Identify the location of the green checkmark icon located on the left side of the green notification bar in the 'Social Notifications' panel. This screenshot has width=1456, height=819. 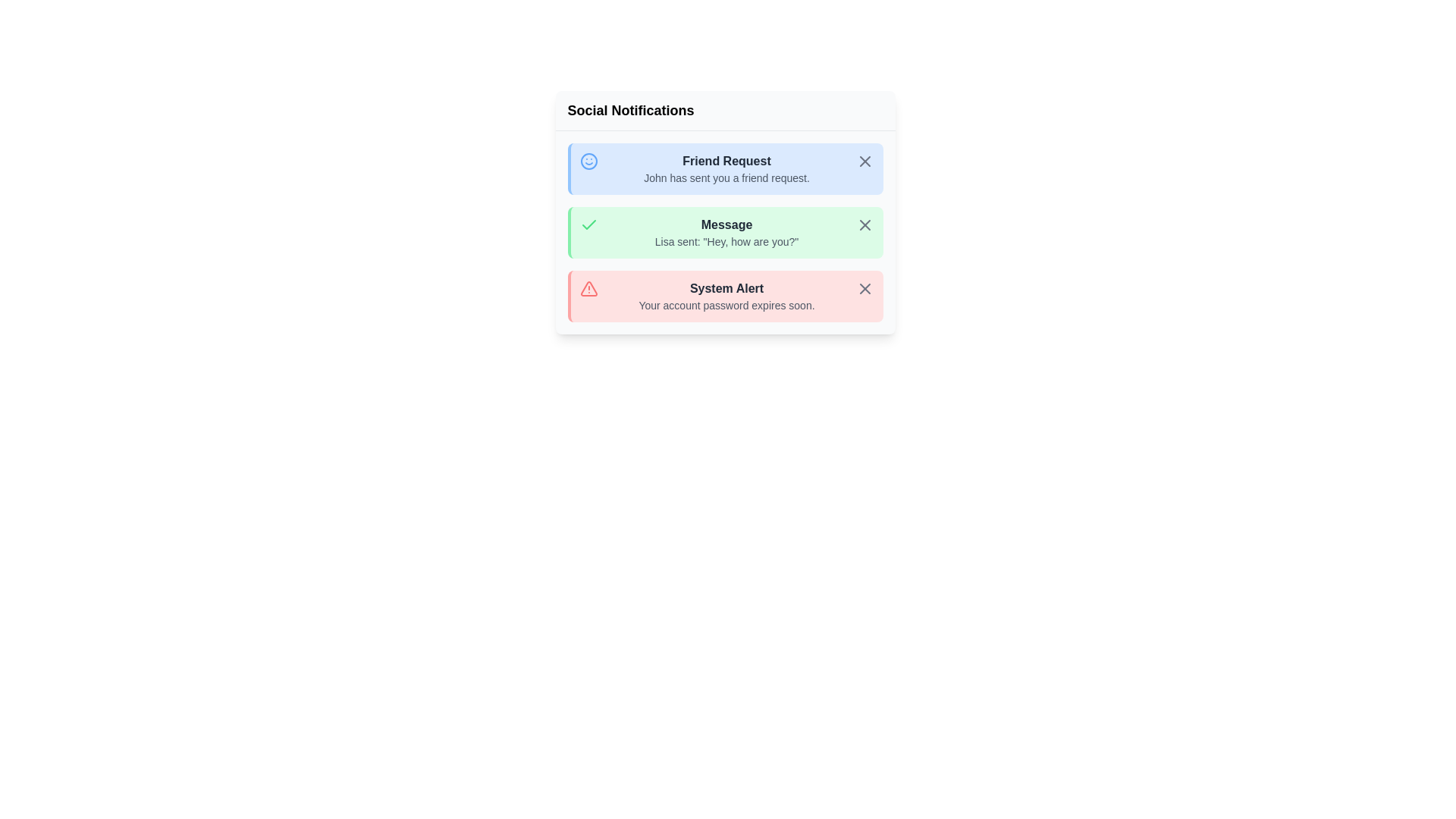
(588, 225).